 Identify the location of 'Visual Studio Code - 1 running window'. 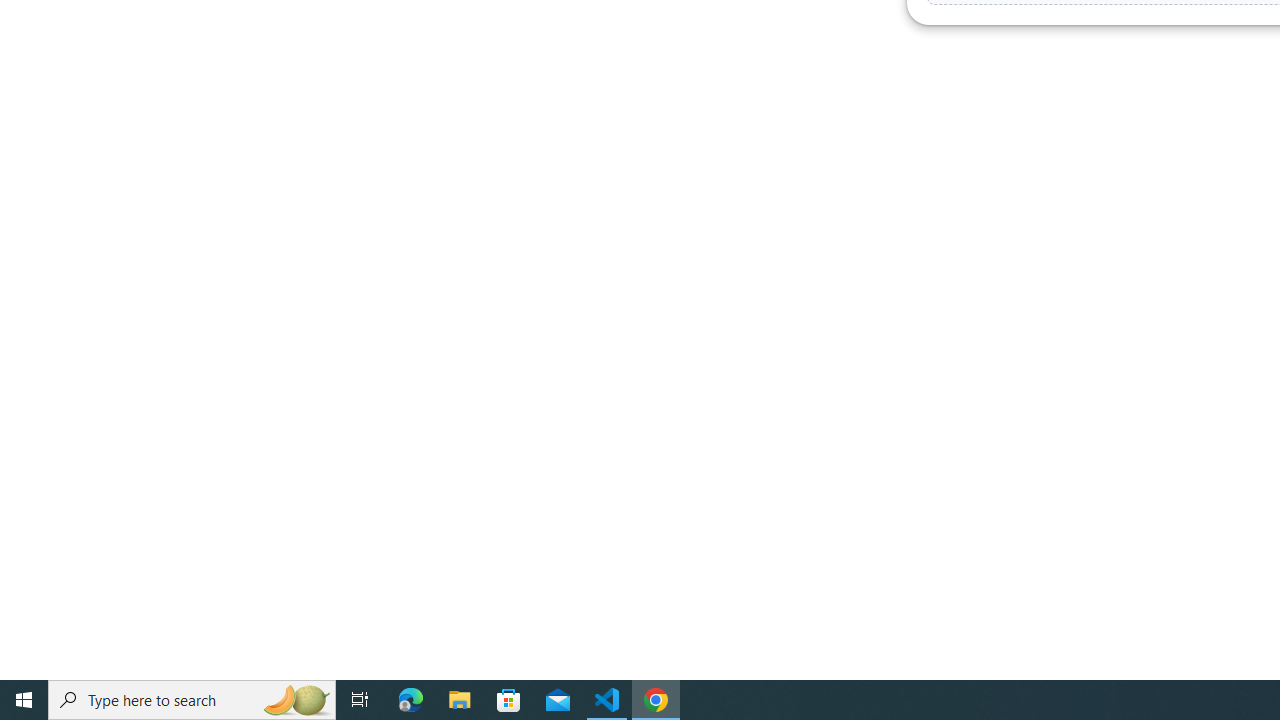
(606, 698).